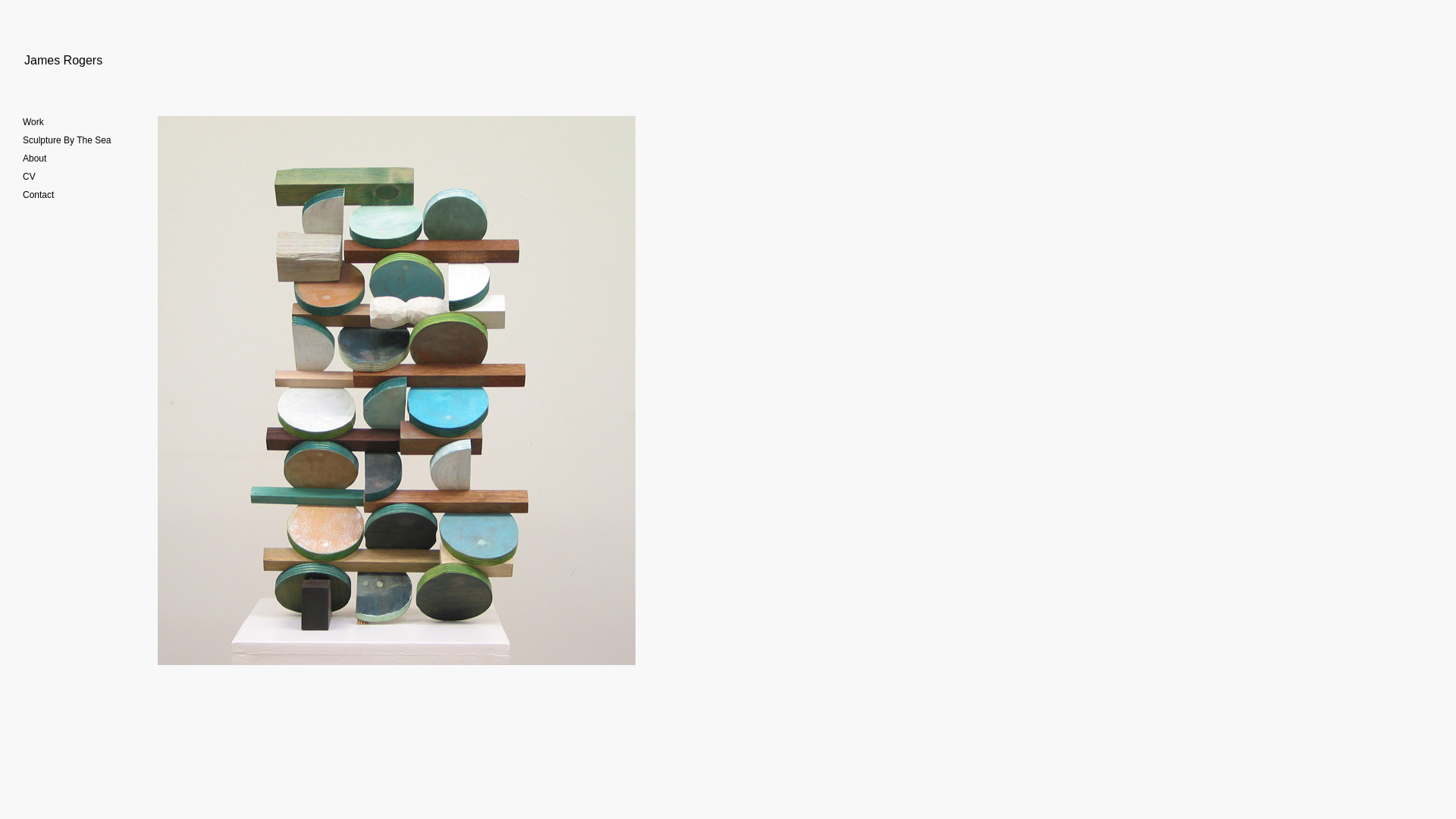 The image size is (1456, 819). I want to click on 'CV', so click(29, 175).